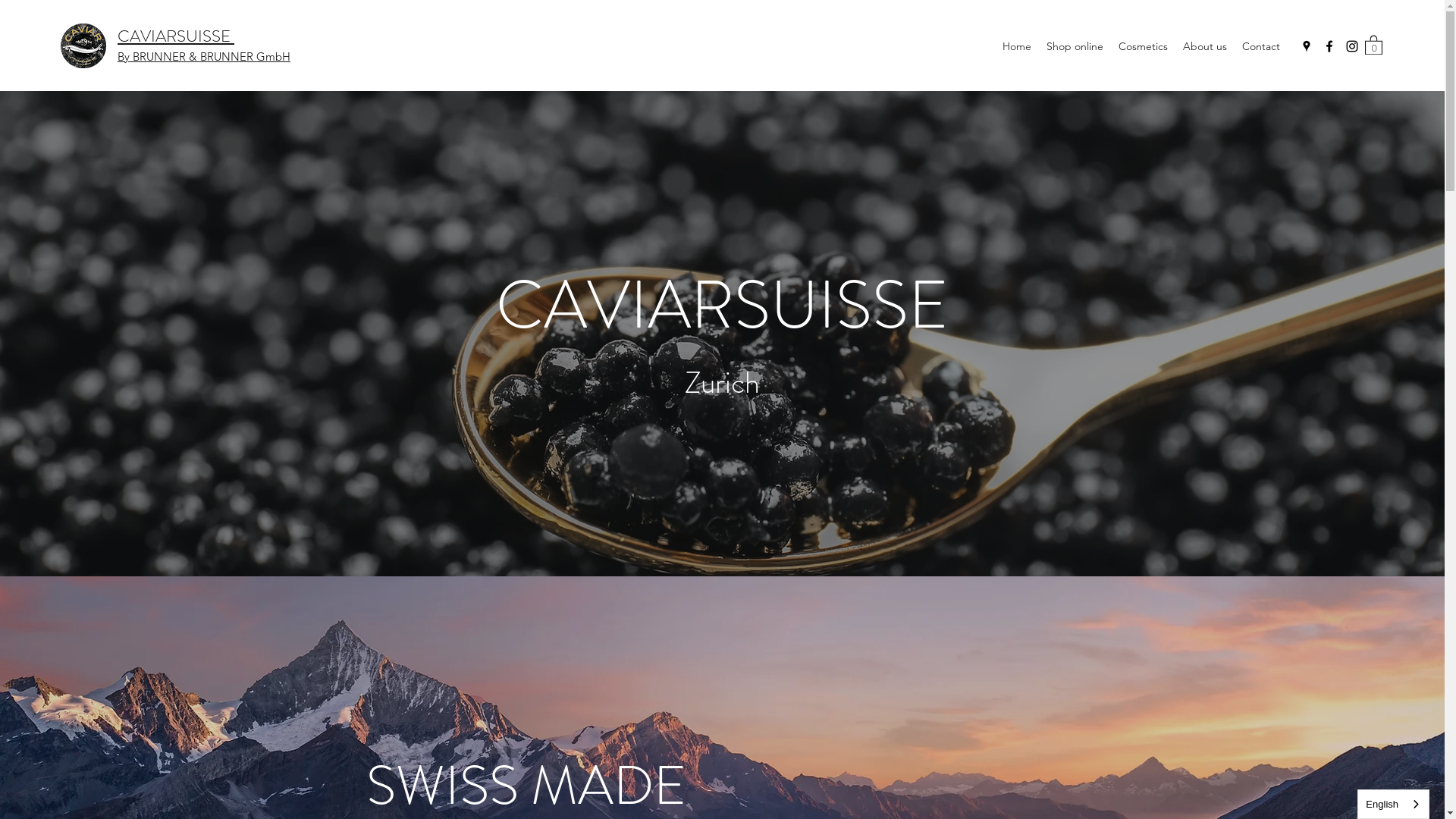 This screenshot has height=819, width=1456. What do you see at coordinates (1016, 45) in the screenshot?
I see `'Home'` at bounding box center [1016, 45].